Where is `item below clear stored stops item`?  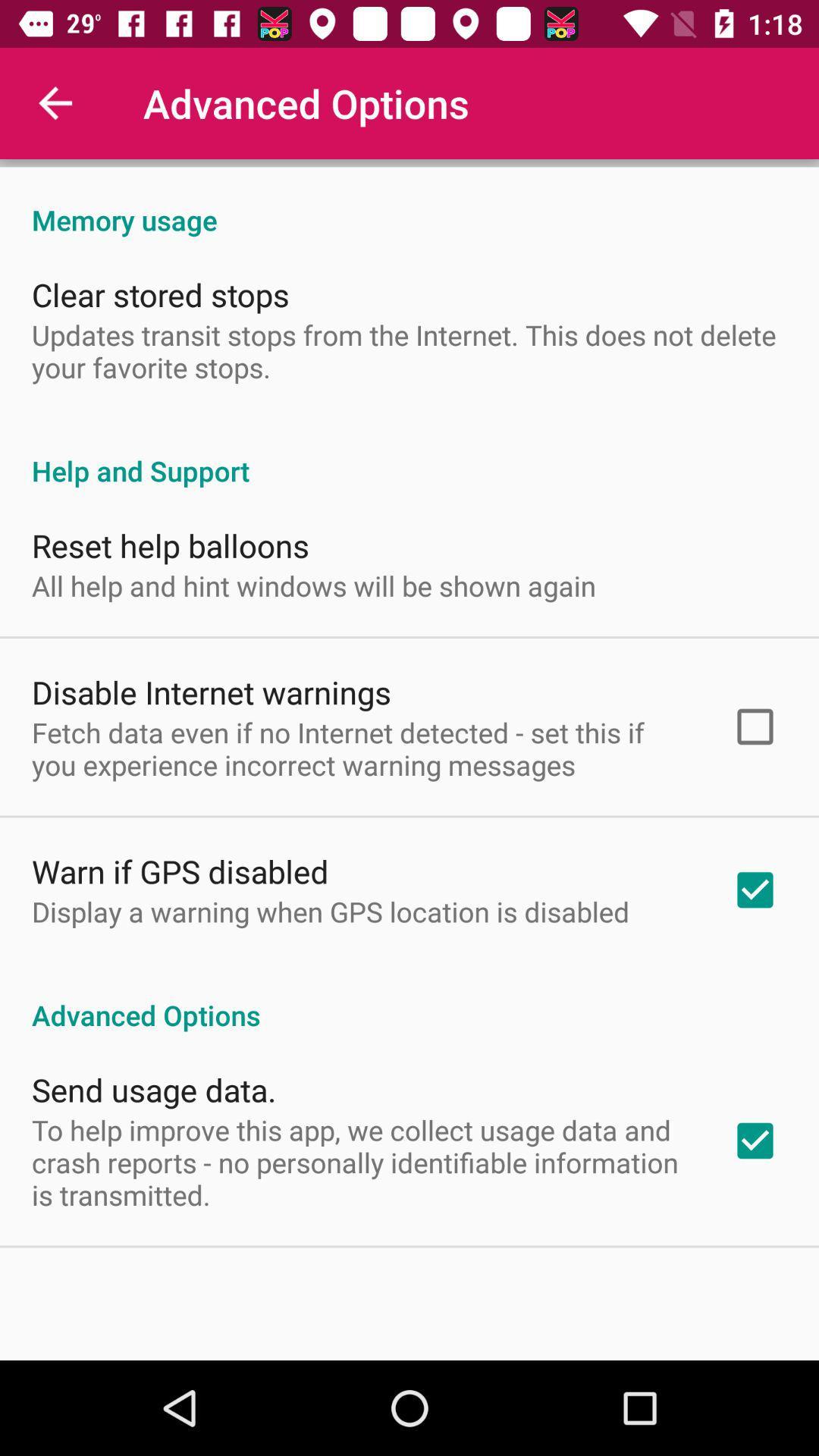
item below clear stored stops item is located at coordinates (409, 350).